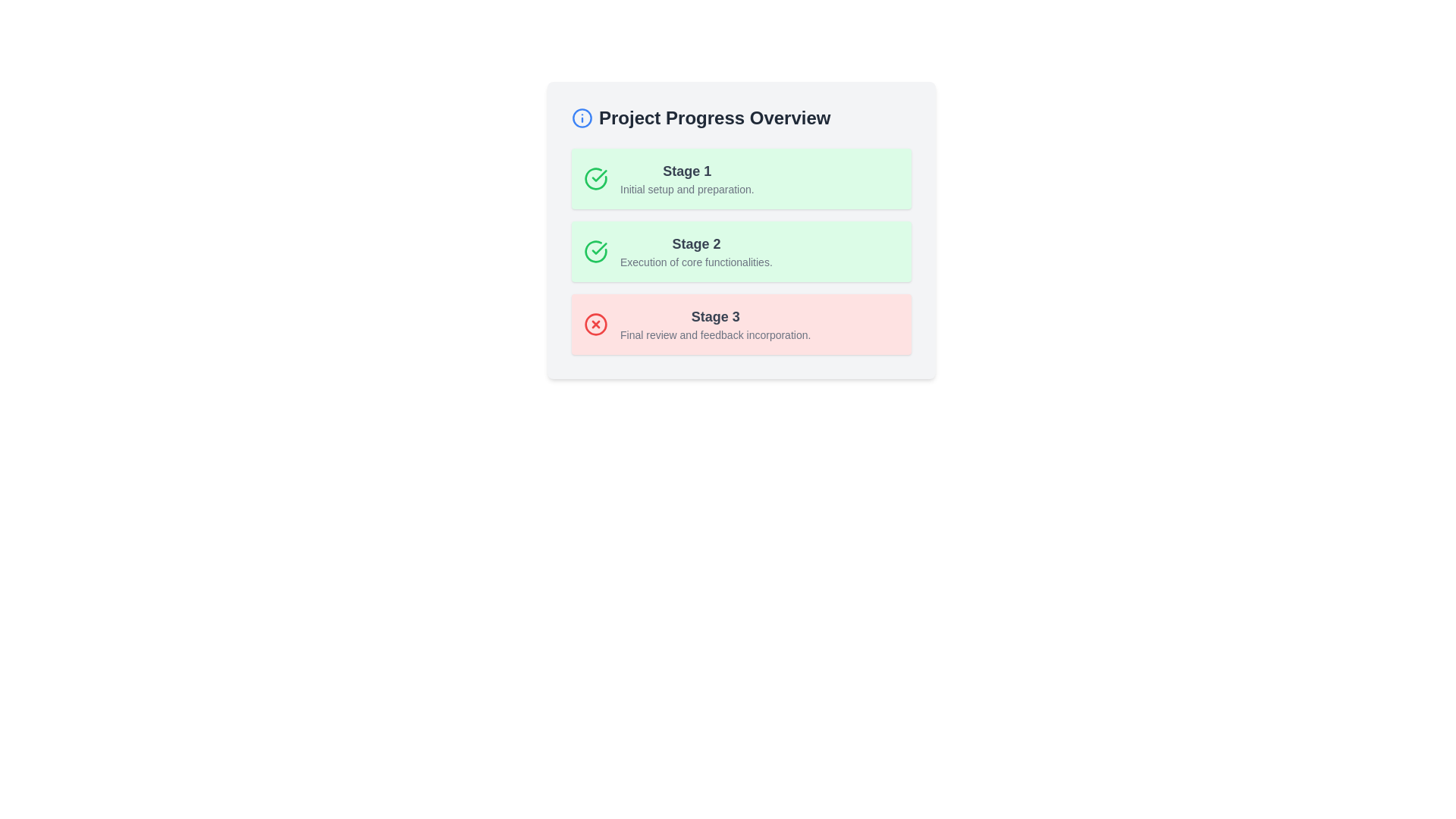  Describe the element at coordinates (686, 189) in the screenshot. I see `the text label that provides a summary of the tasks associated with 'Stage 1' in the project progress pipeline, positioned below the 'Stage 1' header in the first card` at that location.